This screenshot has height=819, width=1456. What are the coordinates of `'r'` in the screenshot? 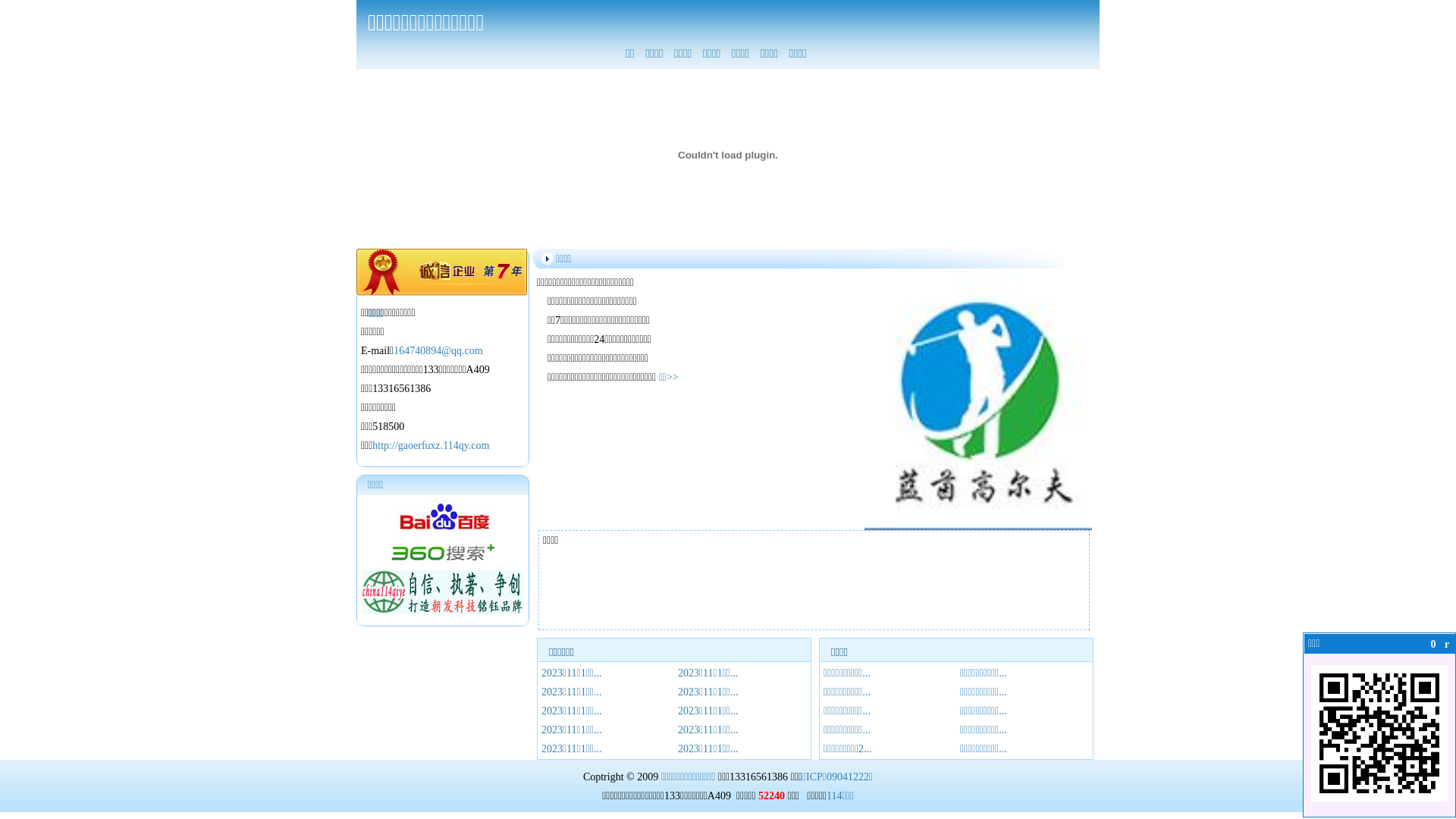 It's located at (1446, 644).